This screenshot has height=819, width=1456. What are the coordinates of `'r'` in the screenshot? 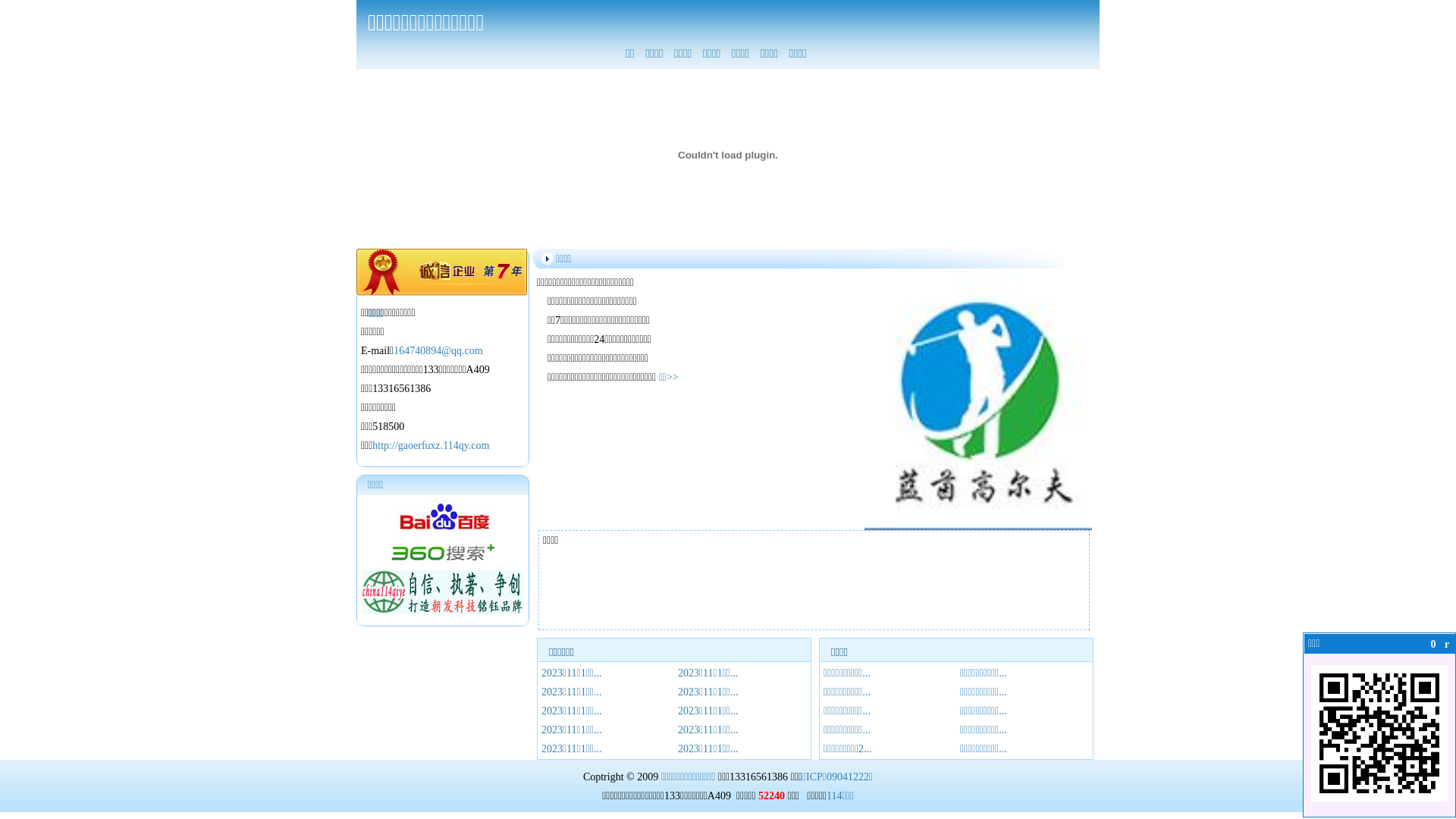 It's located at (1446, 644).